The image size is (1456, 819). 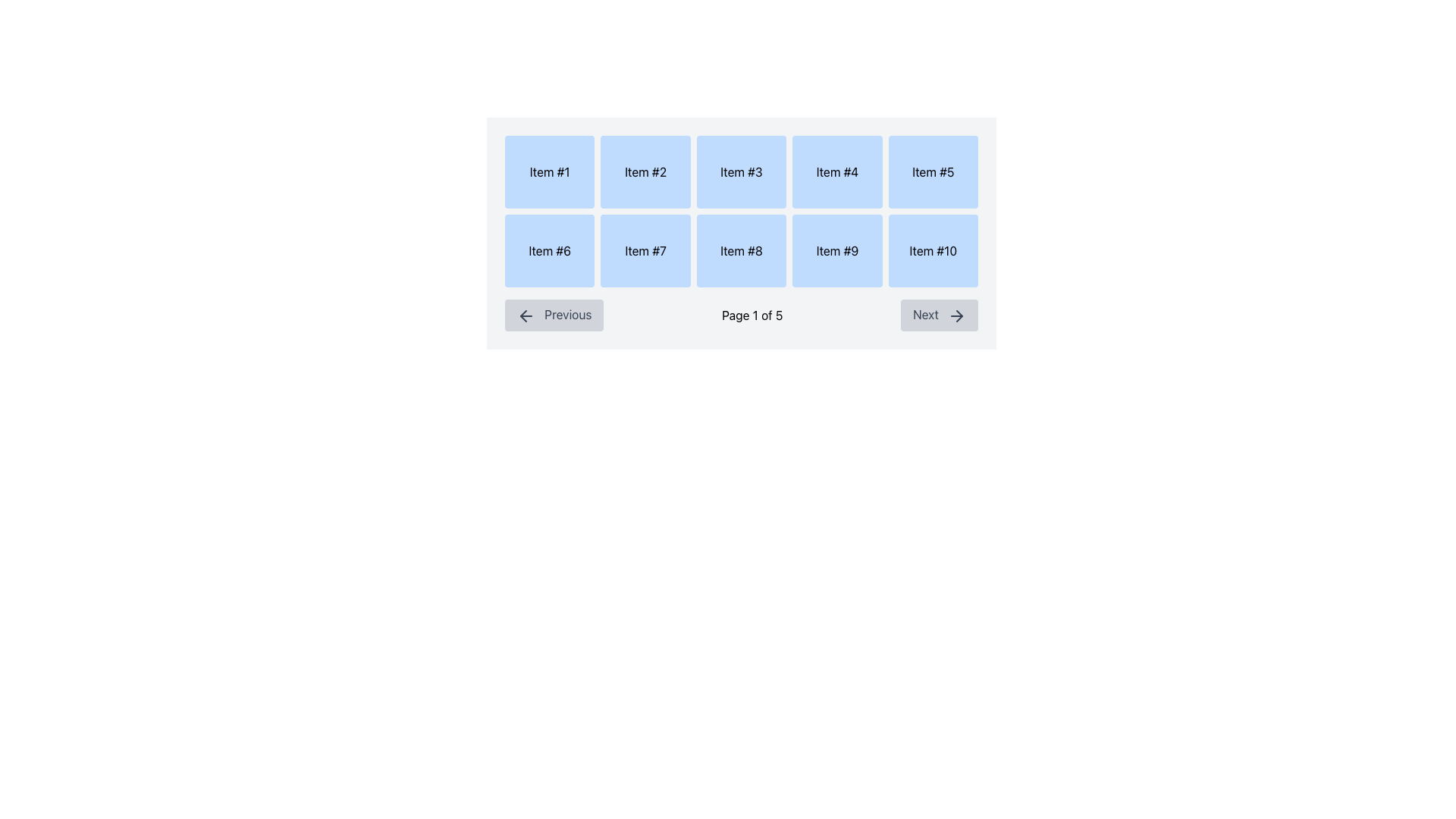 What do you see at coordinates (956, 315) in the screenshot?
I see `the visual representation of the rightward arrow icon within the 'Next' button, which has a minimalist outline design in a dark color against a light gray background` at bounding box center [956, 315].